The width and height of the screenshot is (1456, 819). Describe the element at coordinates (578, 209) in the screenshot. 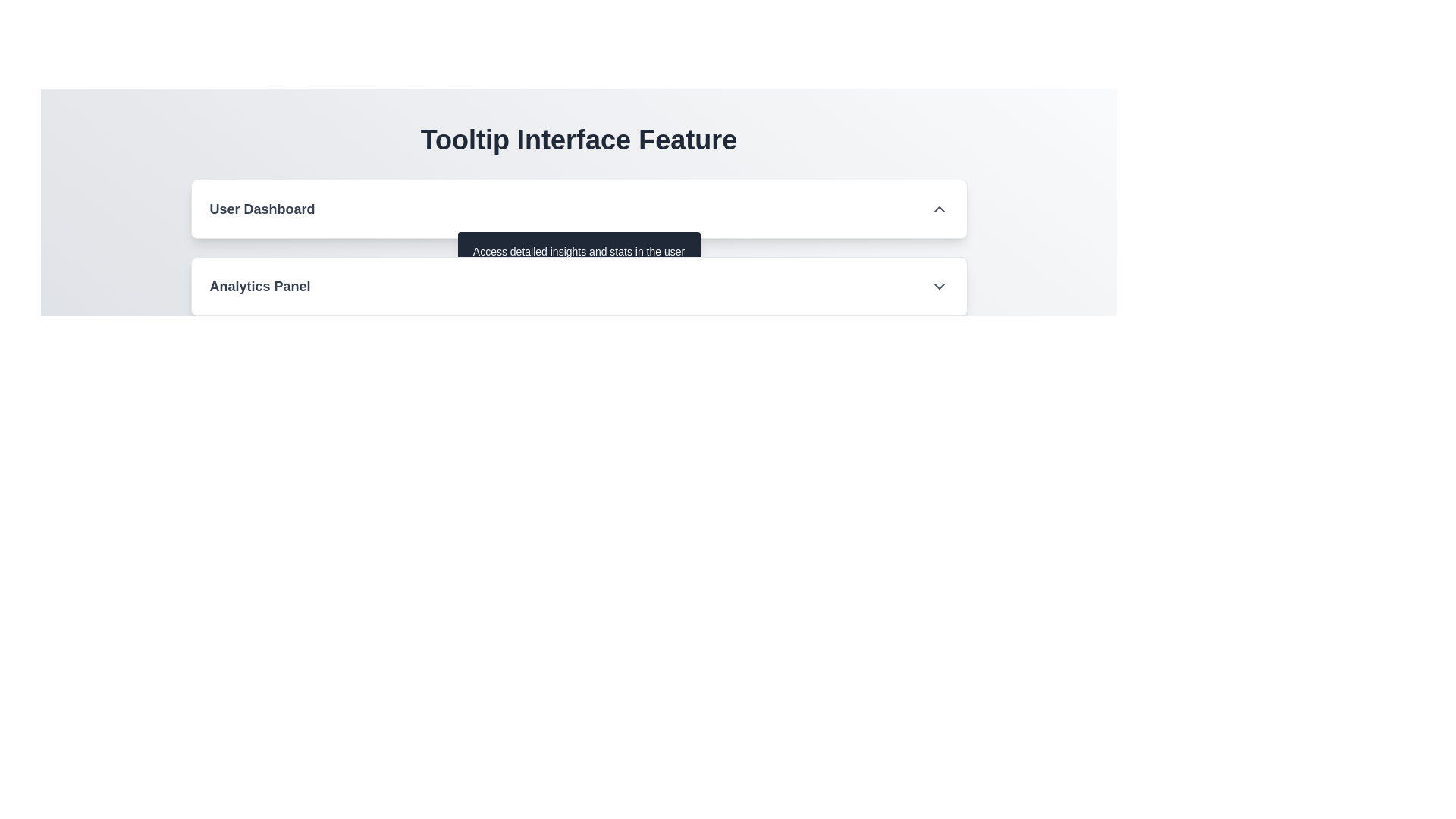

I see `the first card in the grid layout that provides access to the 'User Dashboard'` at that location.